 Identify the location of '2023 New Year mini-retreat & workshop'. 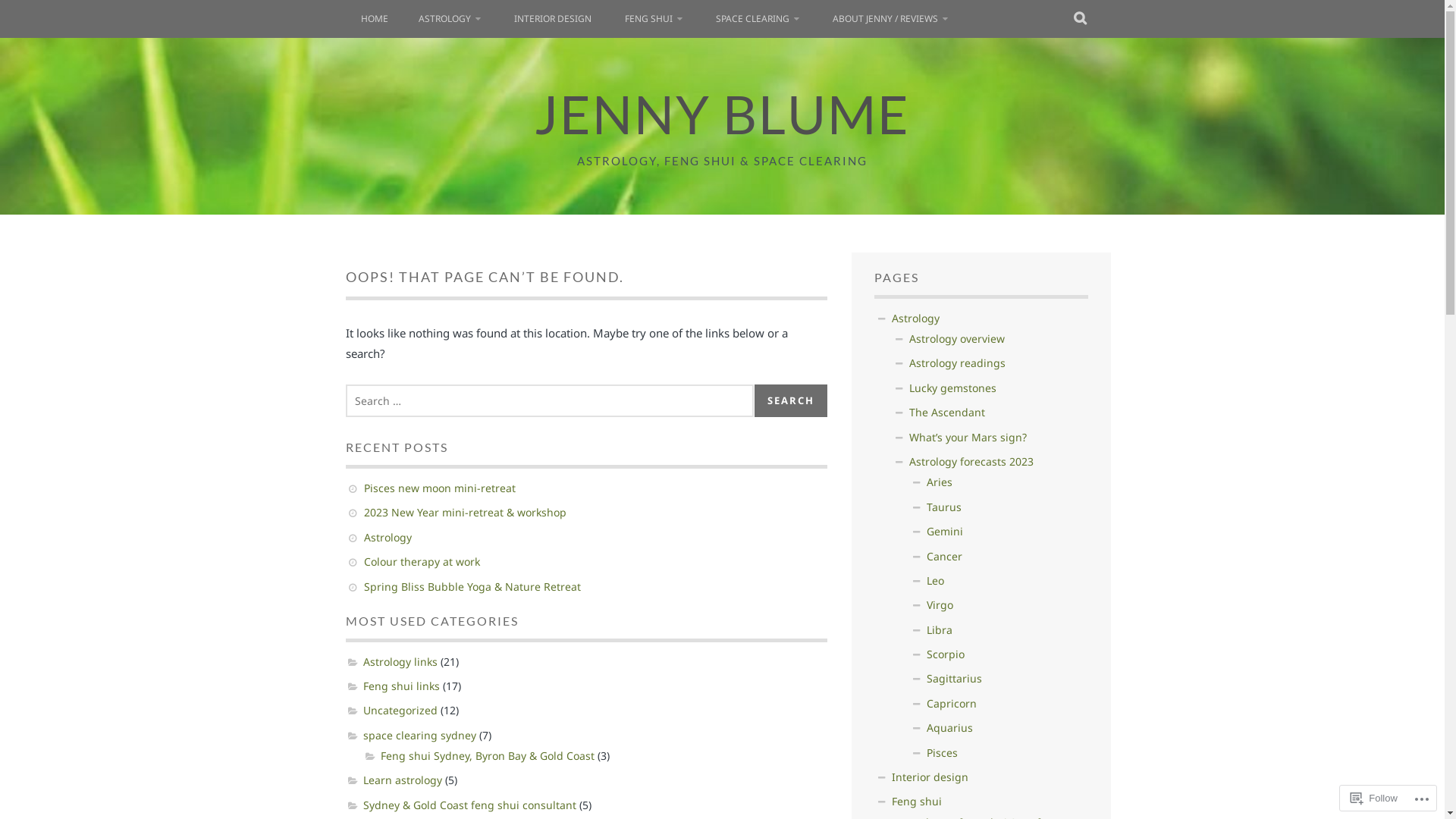
(364, 512).